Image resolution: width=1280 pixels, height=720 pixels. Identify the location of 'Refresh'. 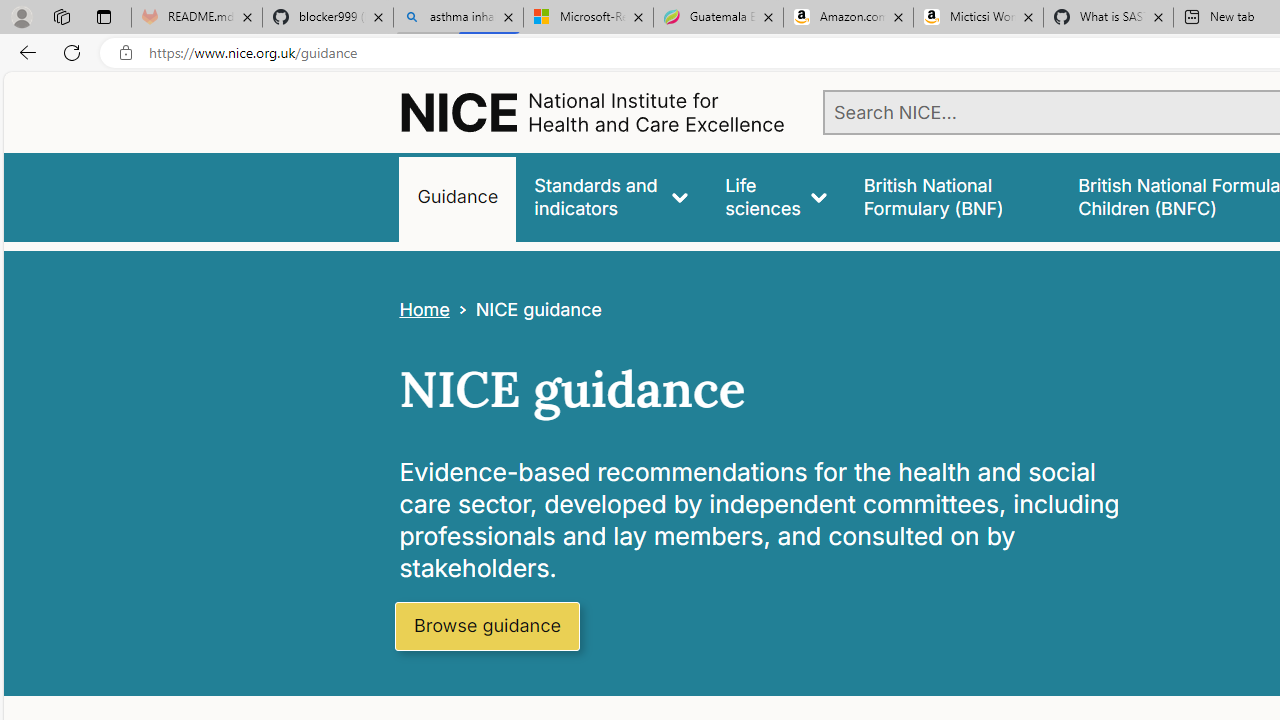
(72, 51).